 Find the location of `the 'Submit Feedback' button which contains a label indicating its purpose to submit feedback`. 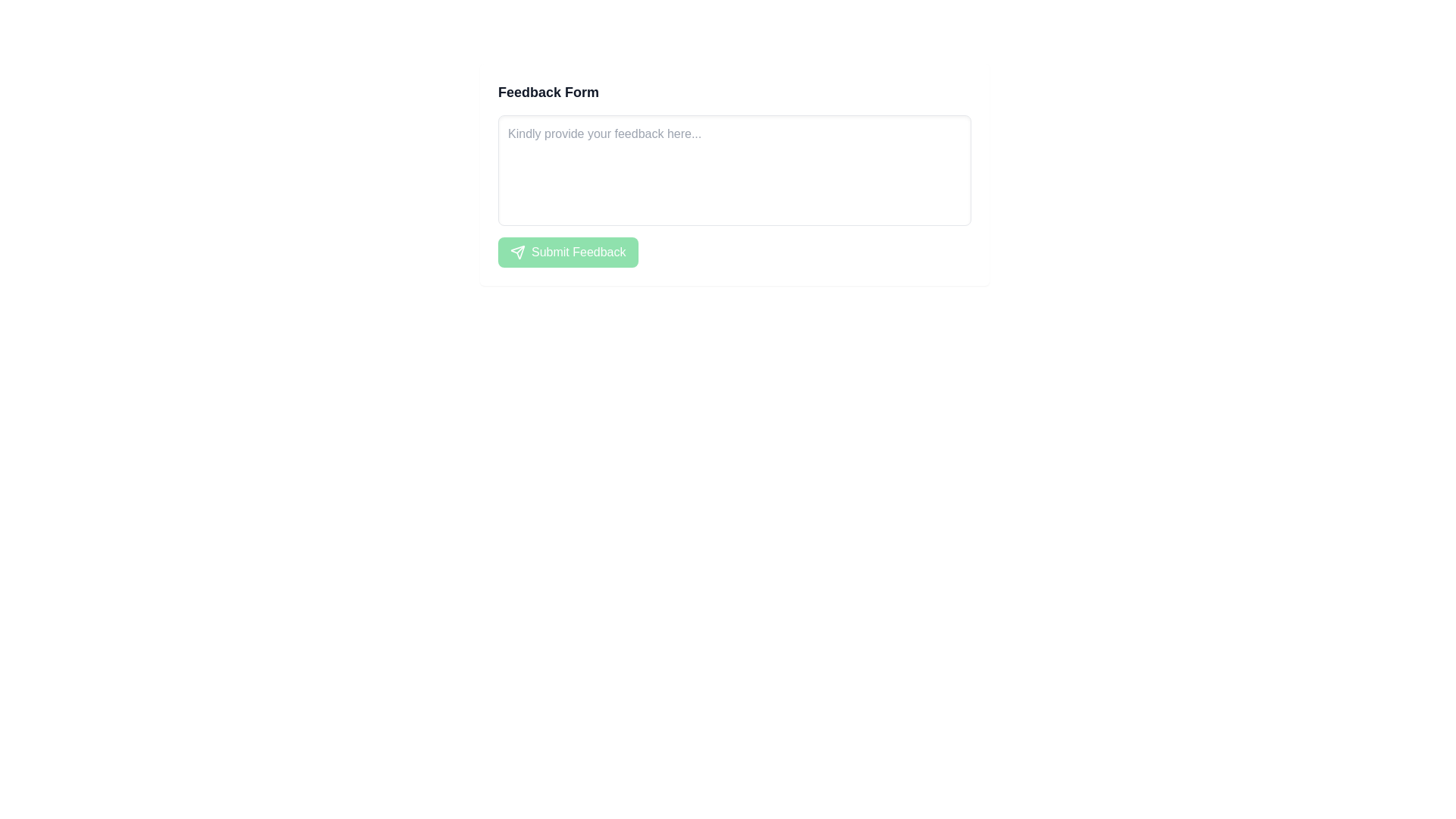

the 'Submit Feedback' button which contains a label indicating its purpose to submit feedback is located at coordinates (578, 251).